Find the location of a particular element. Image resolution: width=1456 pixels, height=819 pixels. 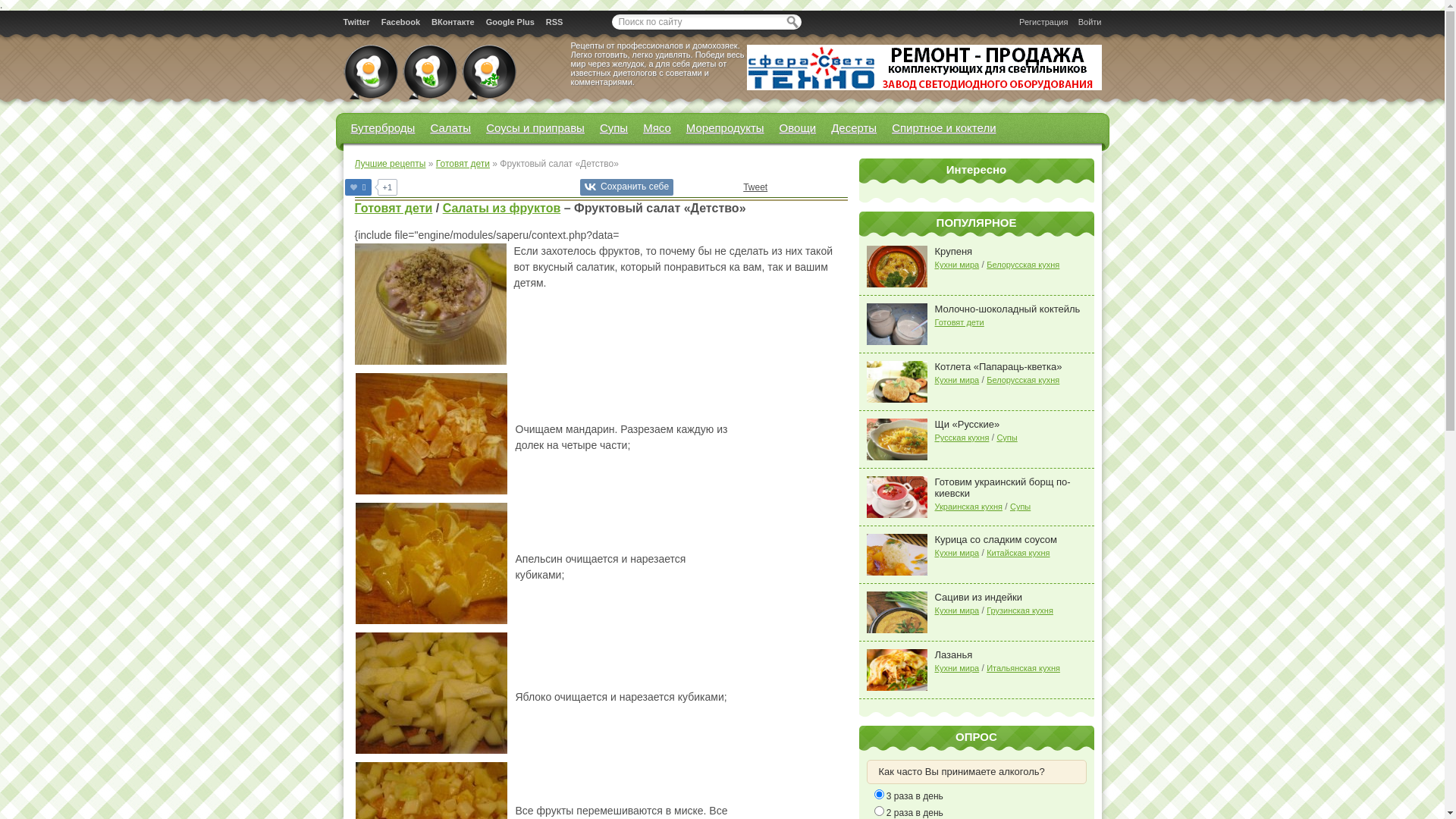

'Tweet' is located at coordinates (755, 186).